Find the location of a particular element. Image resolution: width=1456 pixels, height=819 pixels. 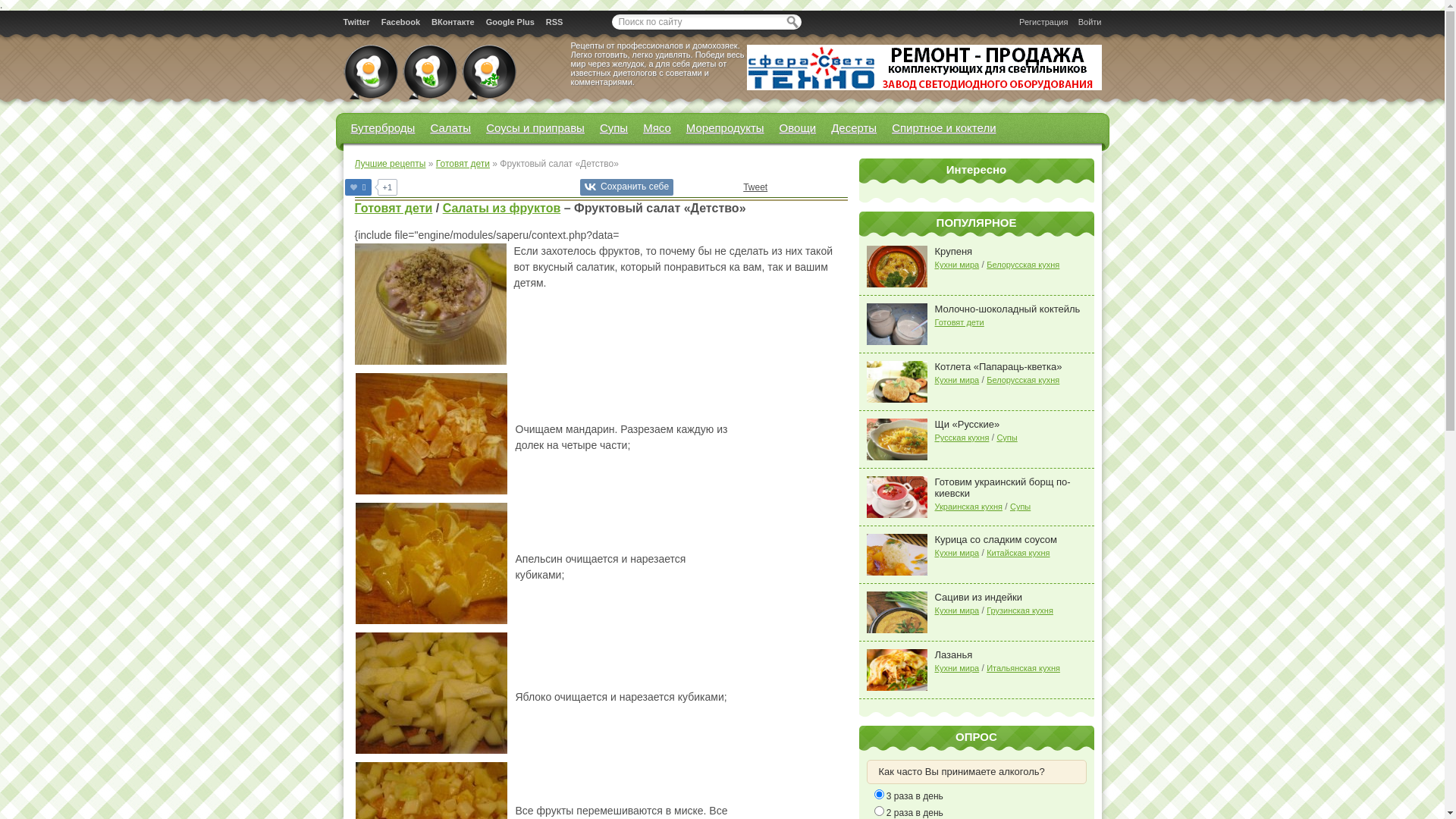

'Tweet' is located at coordinates (755, 186).